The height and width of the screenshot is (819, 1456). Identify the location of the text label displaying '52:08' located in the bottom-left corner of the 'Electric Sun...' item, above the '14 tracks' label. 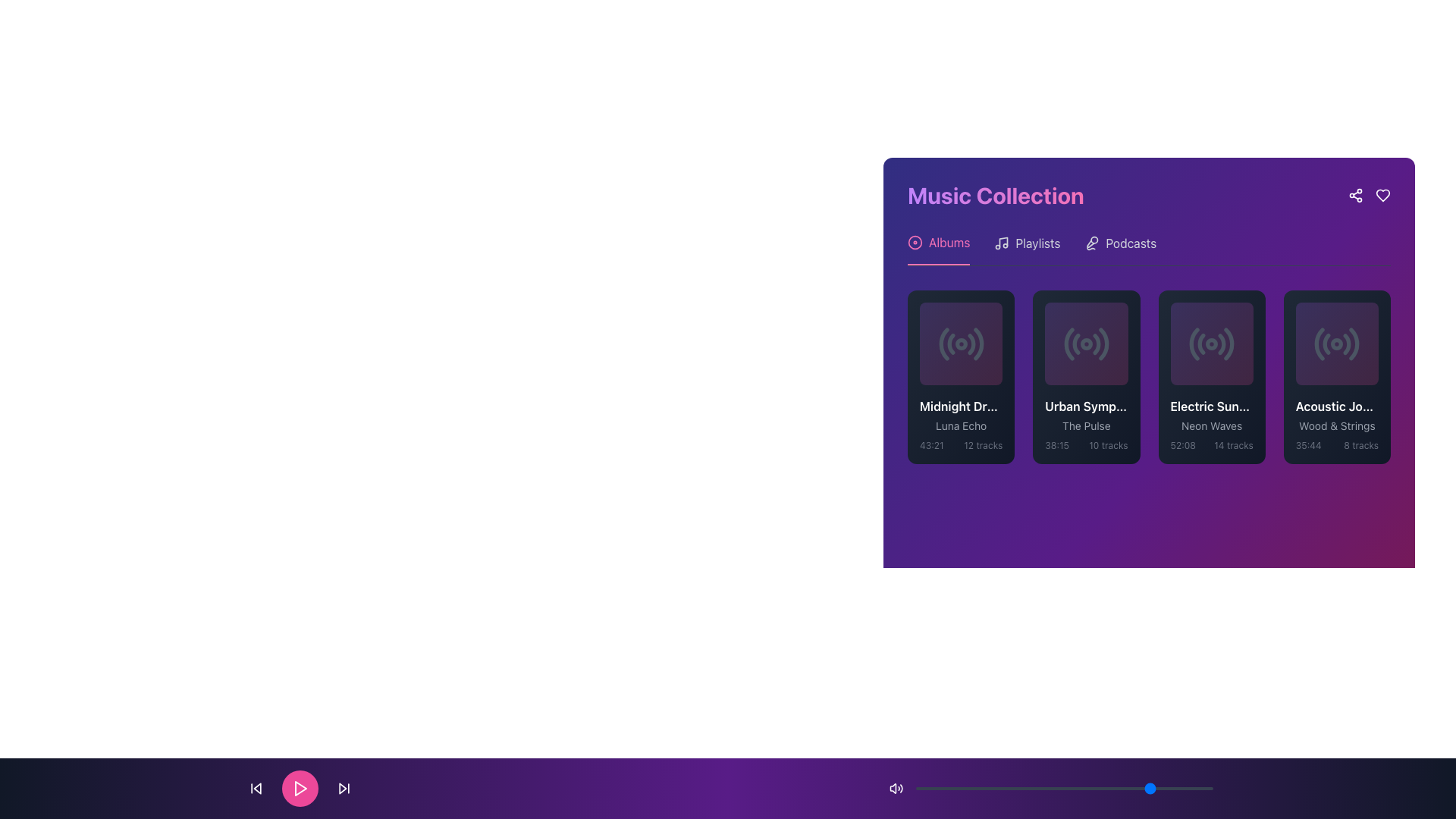
(1182, 445).